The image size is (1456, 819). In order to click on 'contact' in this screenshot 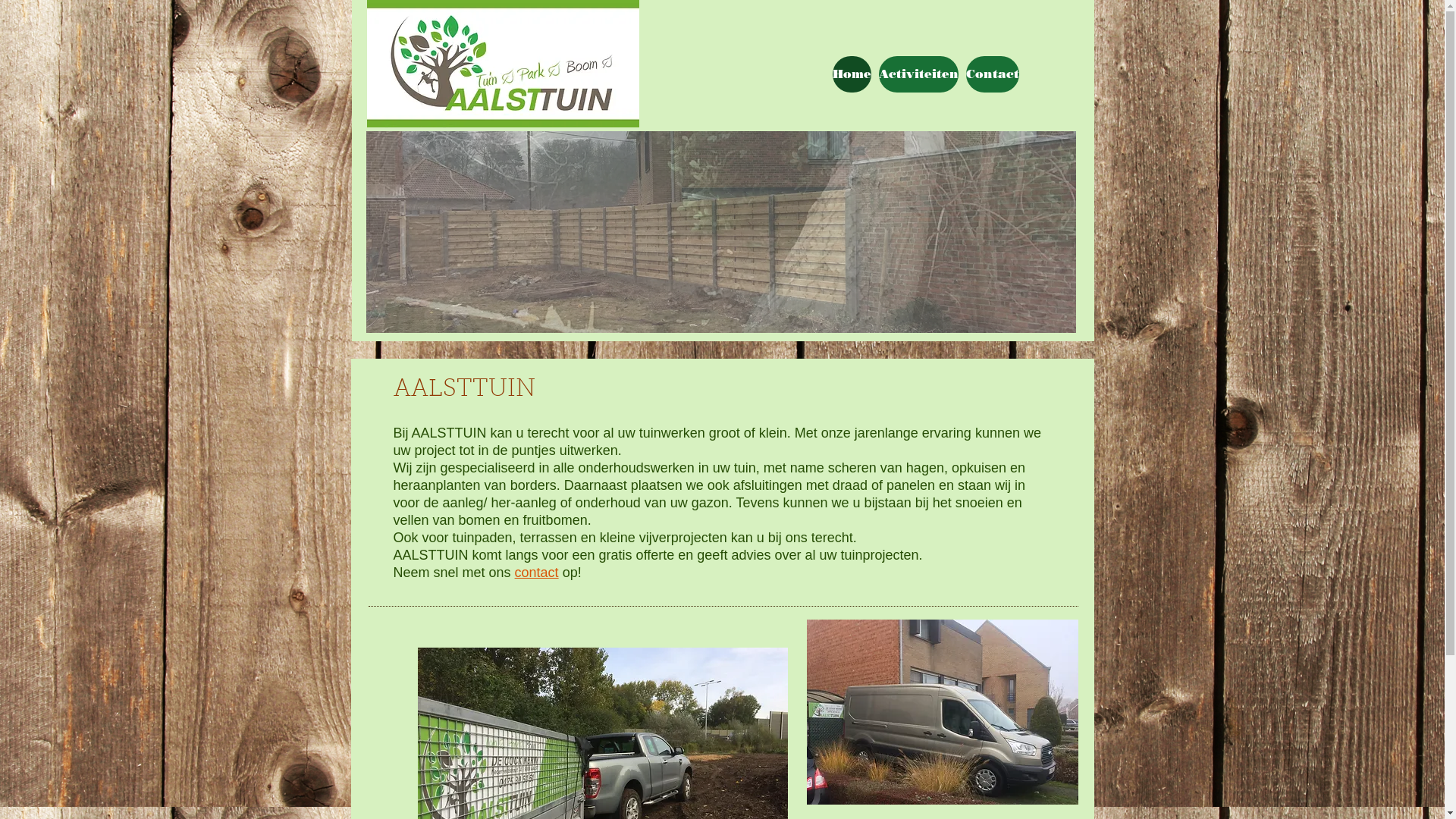, I will do `click(537, 573)`.